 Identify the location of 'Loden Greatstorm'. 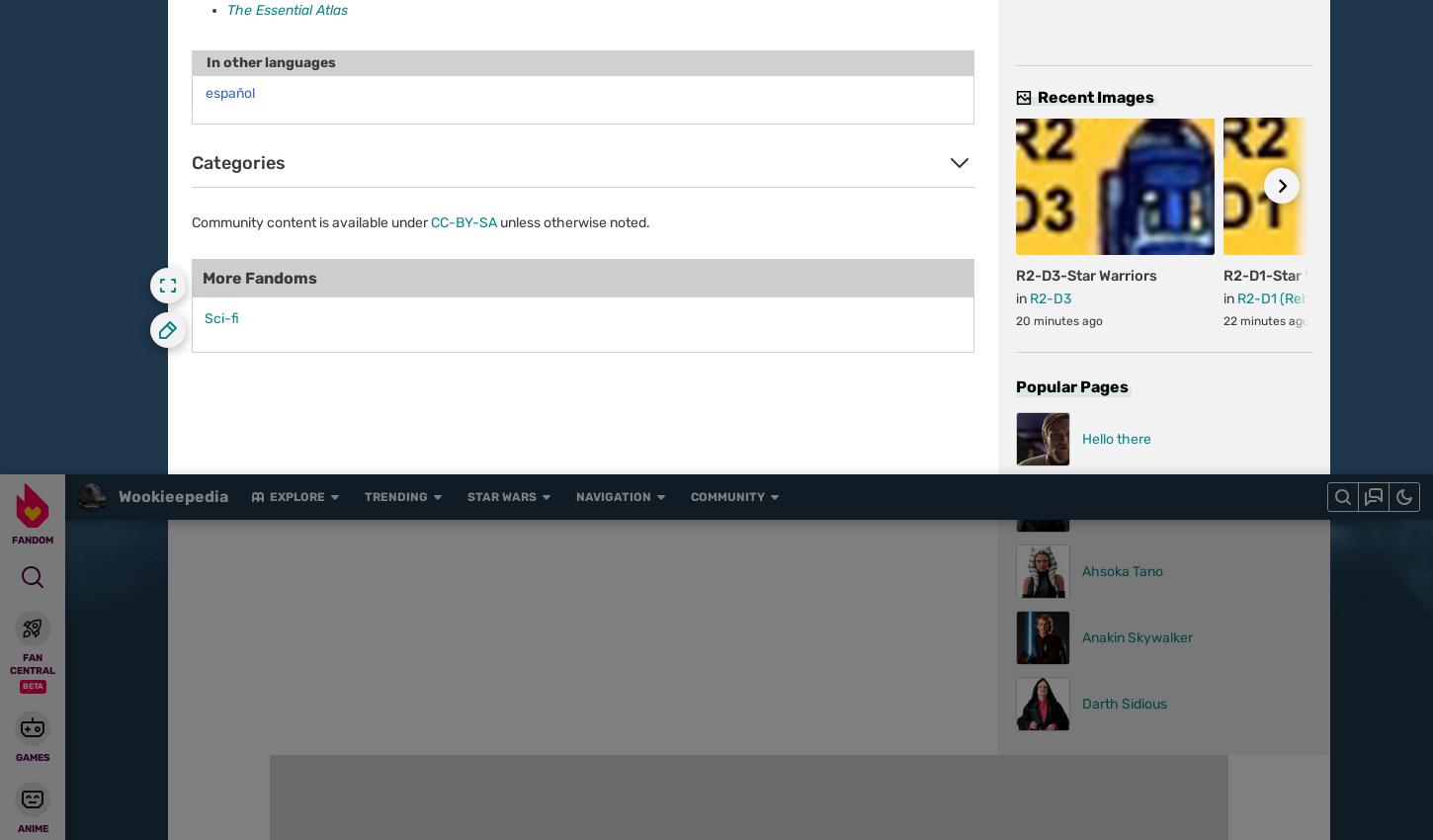
(963, 265).